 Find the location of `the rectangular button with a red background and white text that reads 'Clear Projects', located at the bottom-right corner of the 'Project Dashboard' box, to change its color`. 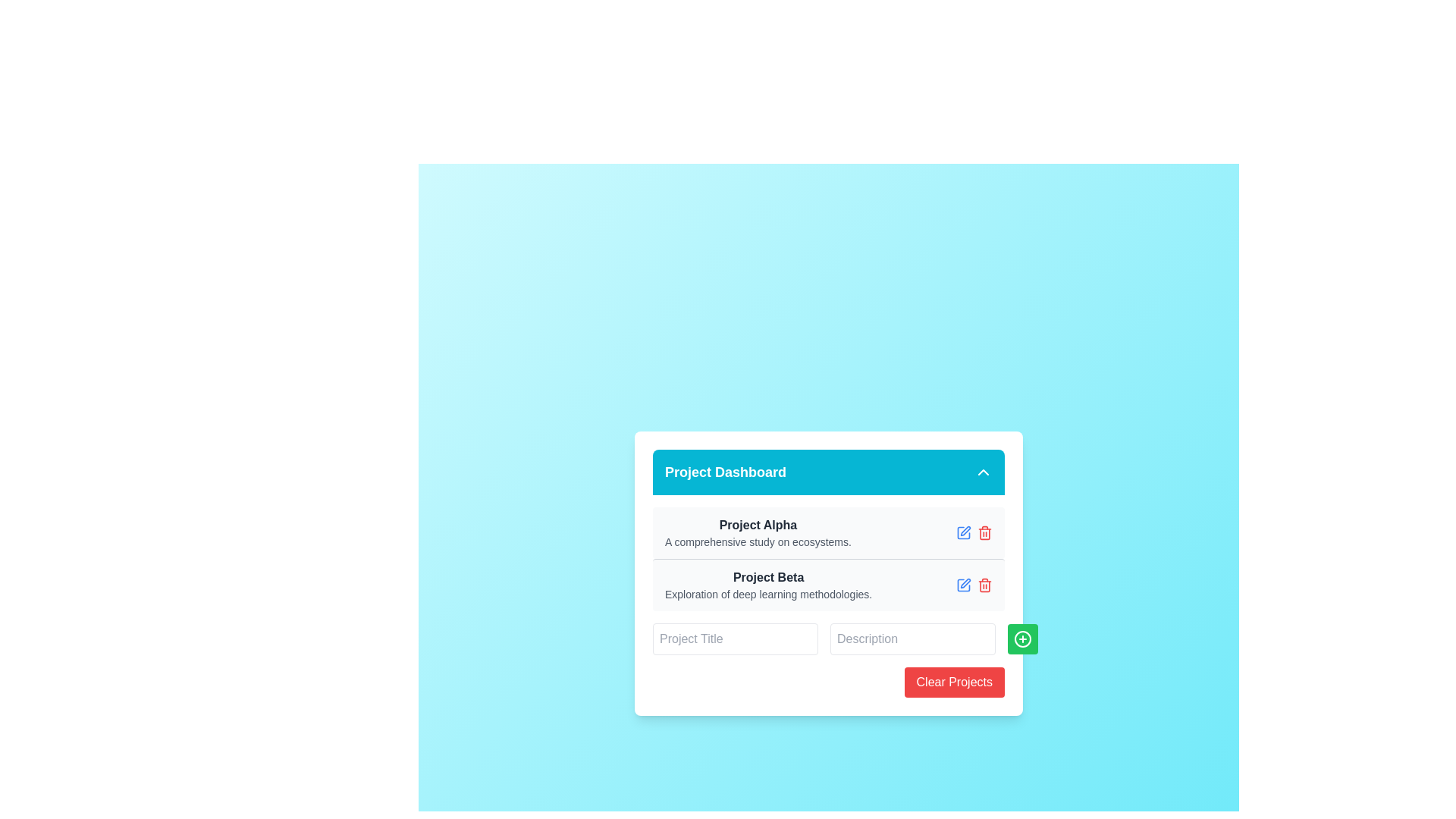

the rectangular button with a red background and white text that reads 'Clear Projects', located at the bottom-right corner of the 'Project Dashboard' box, to change its color is located at coordinates (953, 681).